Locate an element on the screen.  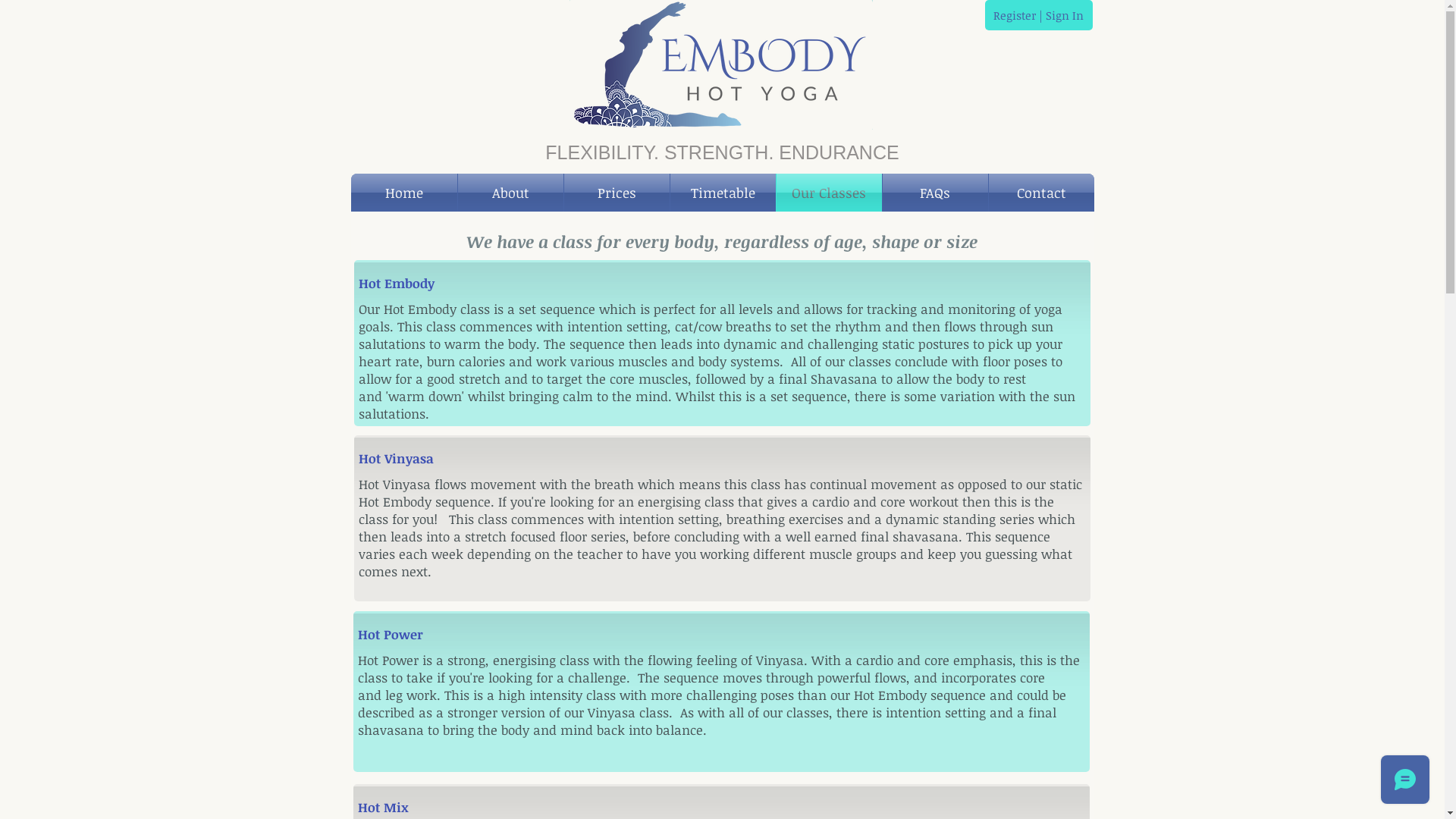
'Home' is located at coordinates (349, 192).